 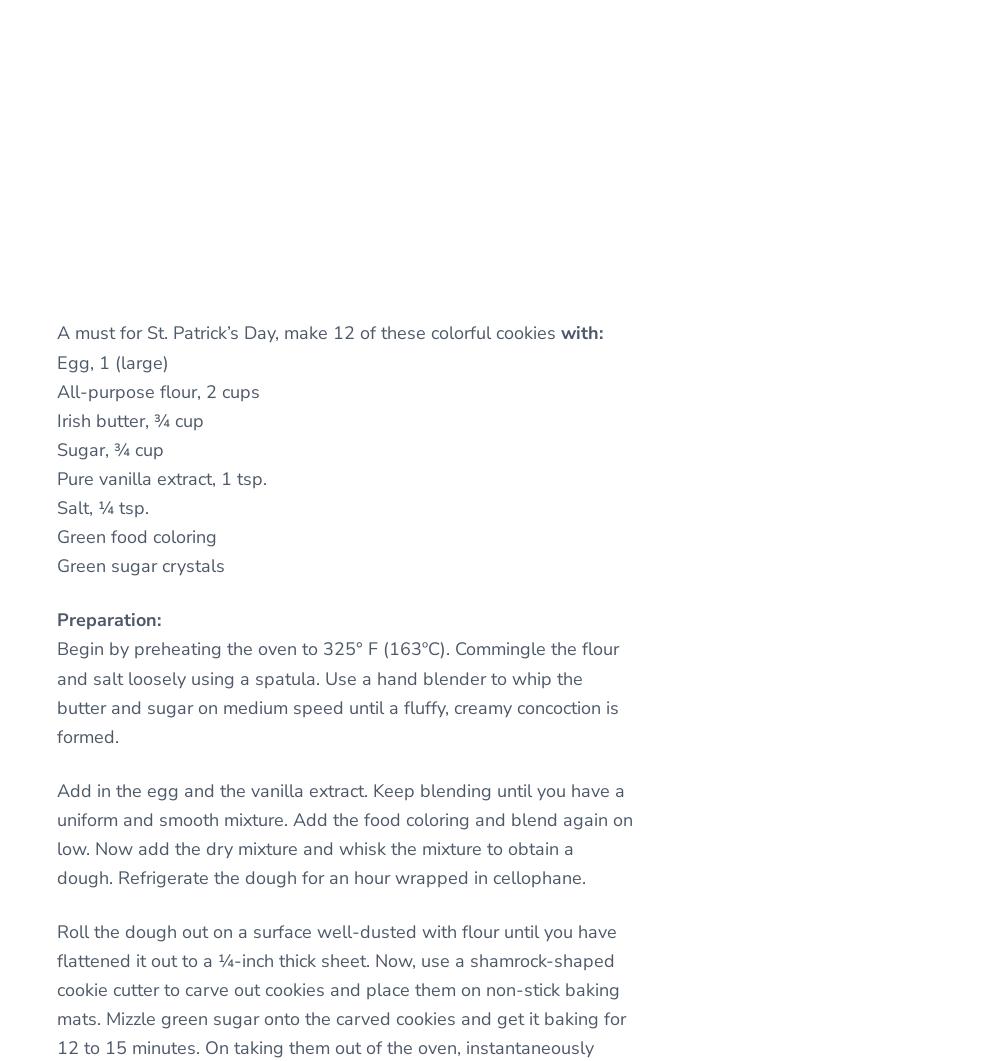 What do you see at coordinates (55, 508) in the screenshot?
I see `'Salt, ¼ tsp.'` at bounding box center [55, 508].